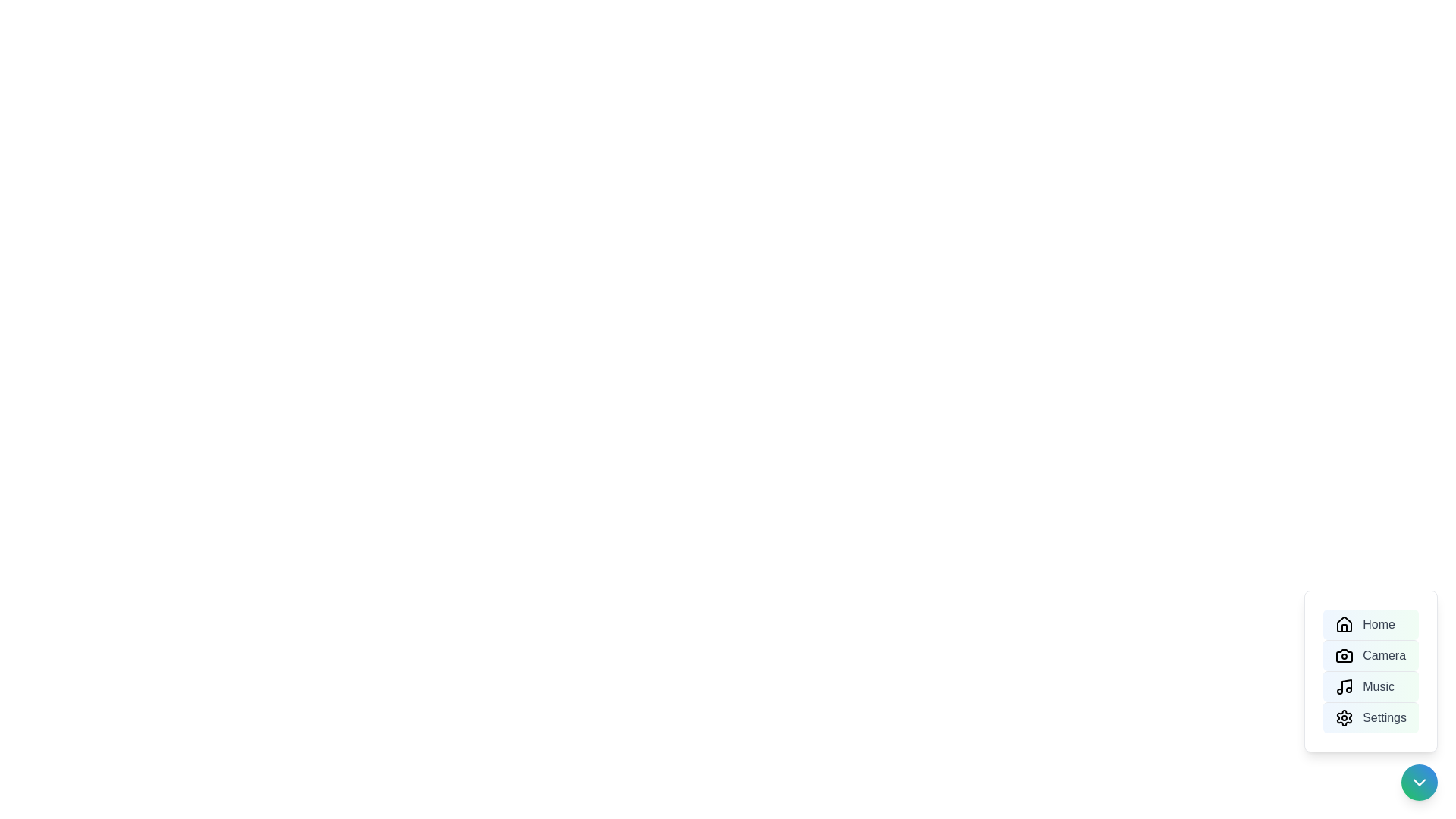  What do you see at coordinates (1371, 625) in the screenshot?
I see `the menu option Home to highlight it` at bounding box center [1371, 625].